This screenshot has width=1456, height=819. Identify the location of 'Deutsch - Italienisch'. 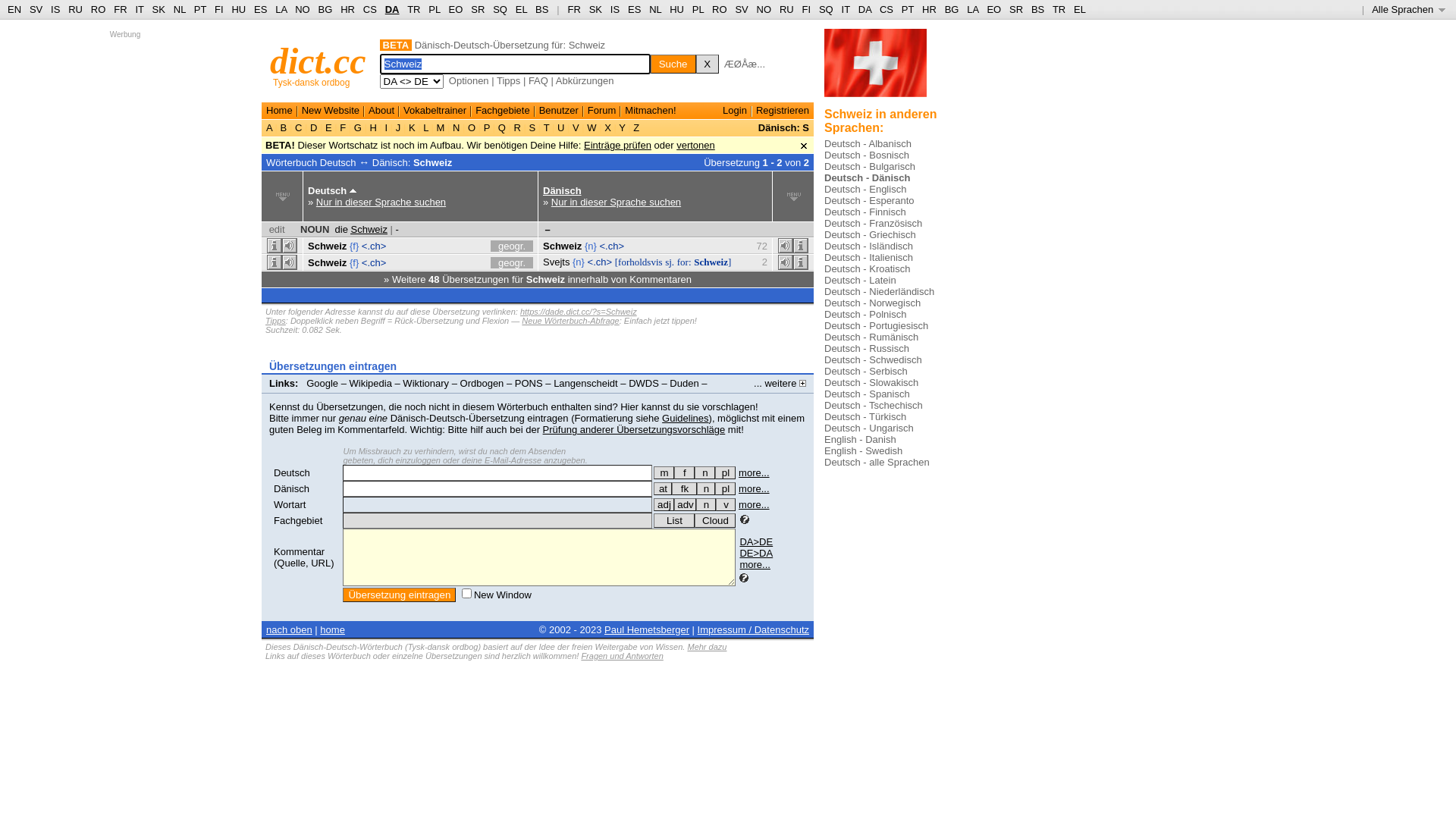
(868, 256).